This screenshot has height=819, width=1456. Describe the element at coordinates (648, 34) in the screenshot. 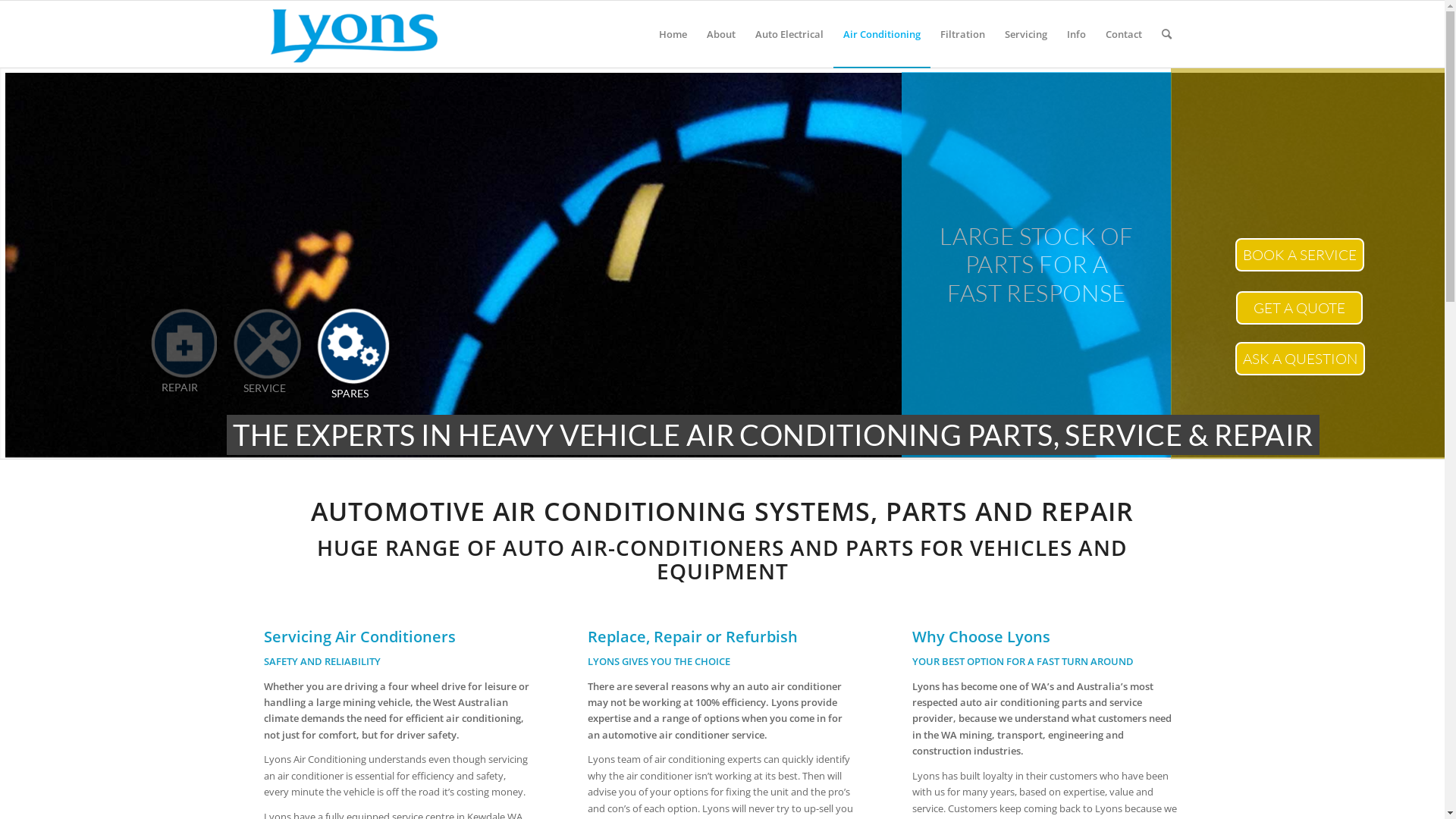

I see `'Home'` at that location.